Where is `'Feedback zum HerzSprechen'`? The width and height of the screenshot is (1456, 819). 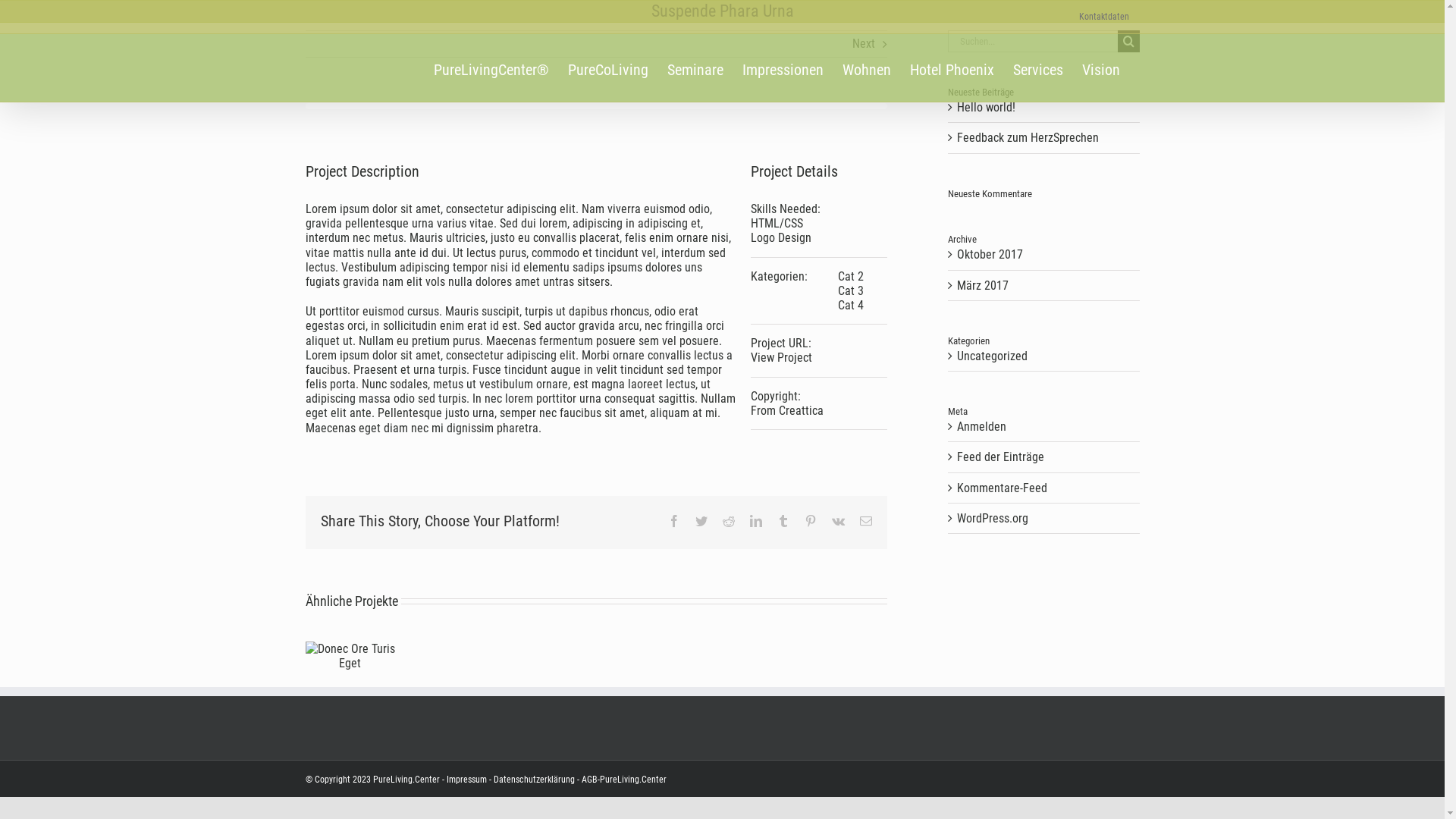
'Feedback zum HerzSprechen' is located at coordinates (1028, 137).